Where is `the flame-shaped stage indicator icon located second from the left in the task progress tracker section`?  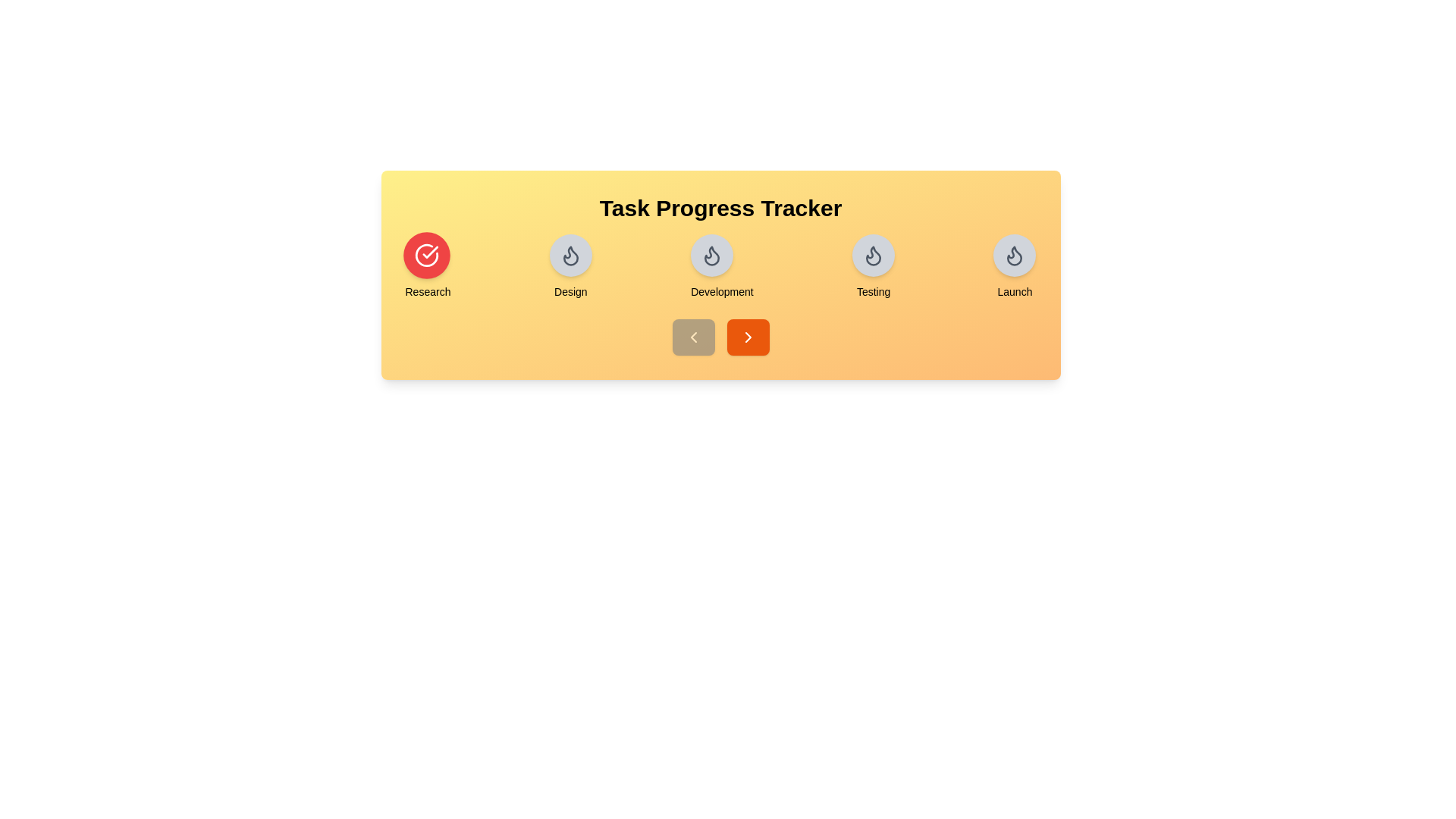
the flame-shaped stage indicator icon located second from the left in the task progress tracker section is located at coordinates (711, 255).